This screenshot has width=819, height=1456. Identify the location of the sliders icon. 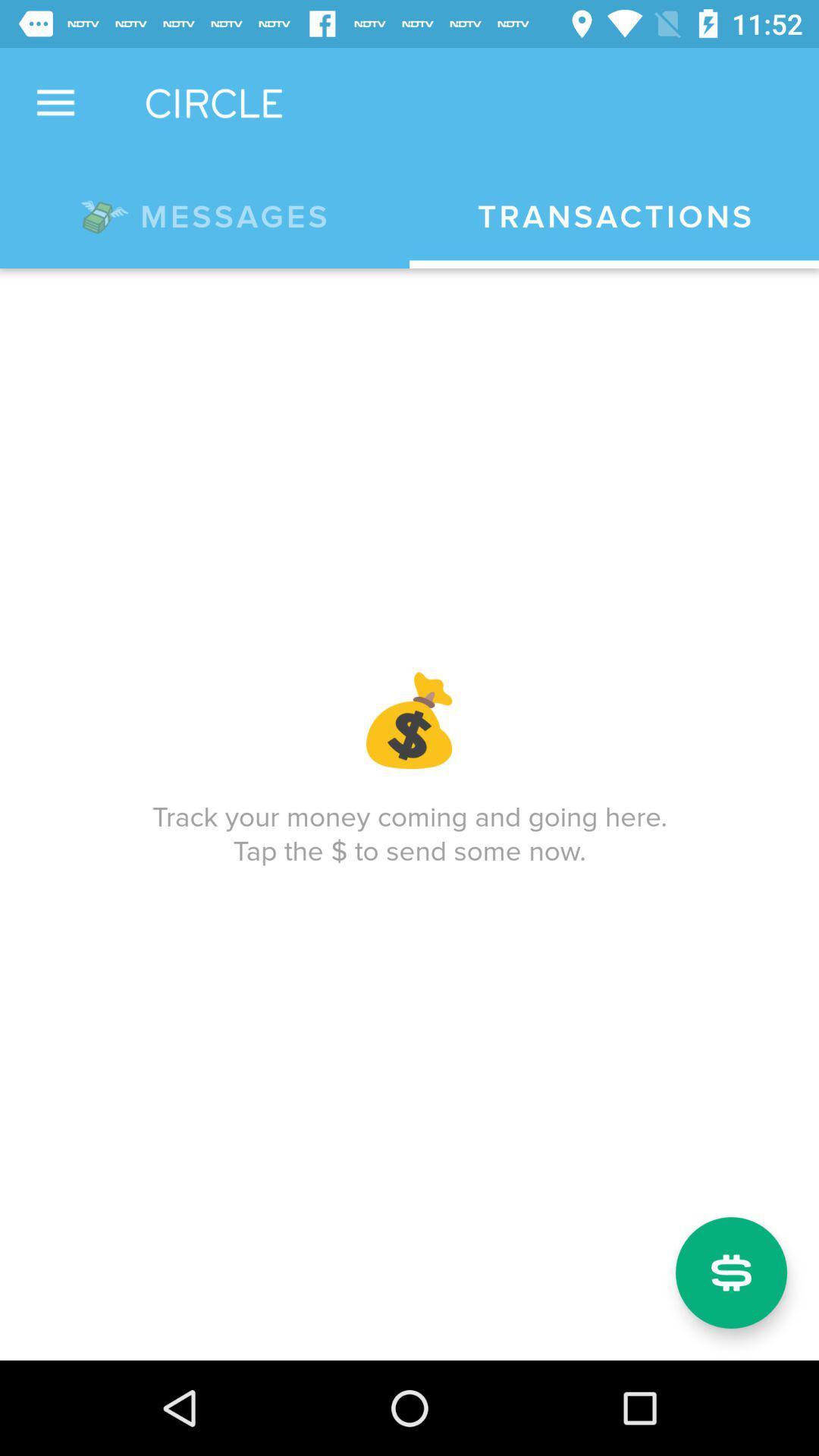
(730, 1272).